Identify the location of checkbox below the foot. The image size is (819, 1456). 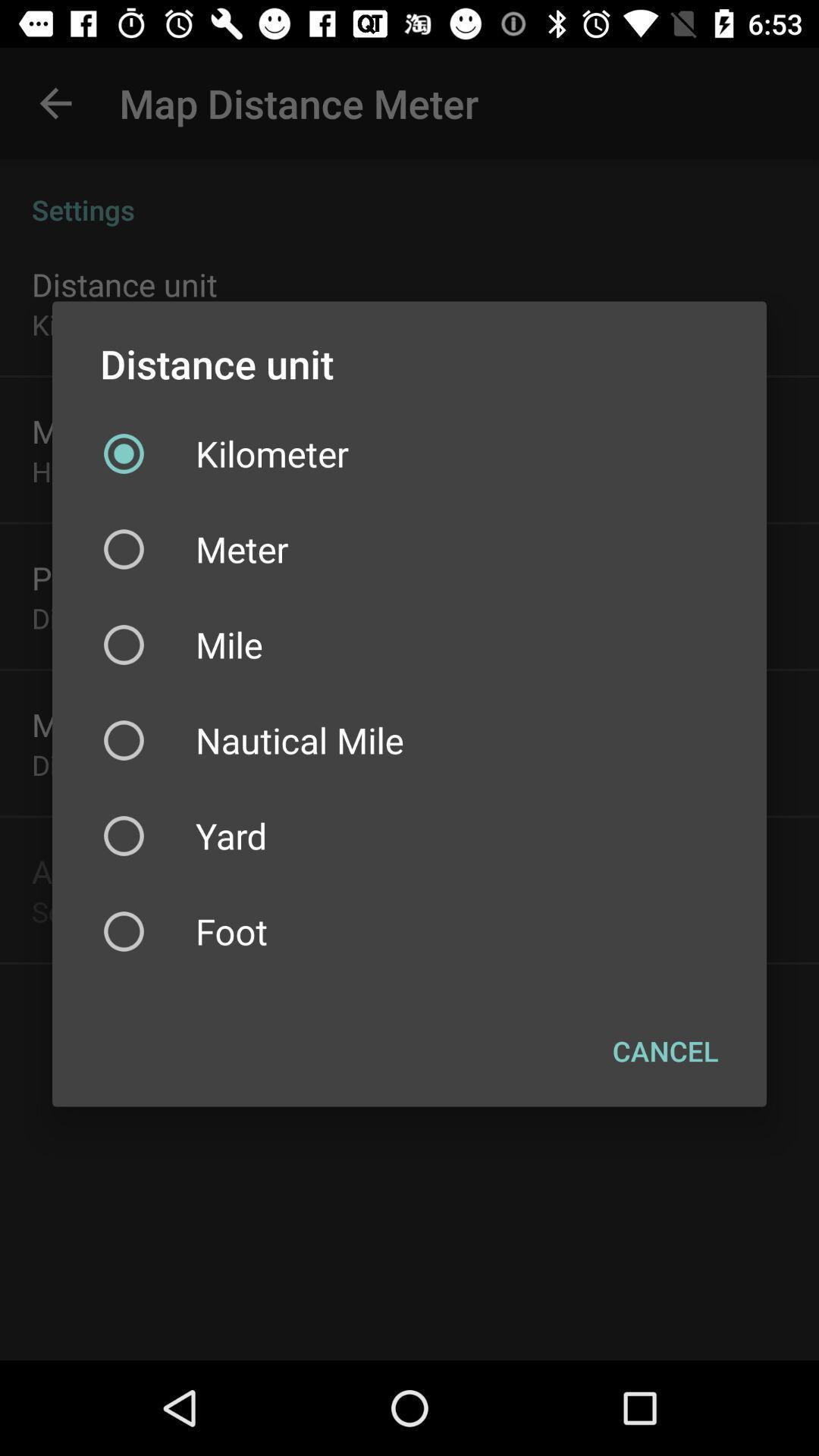
(664, 1050).